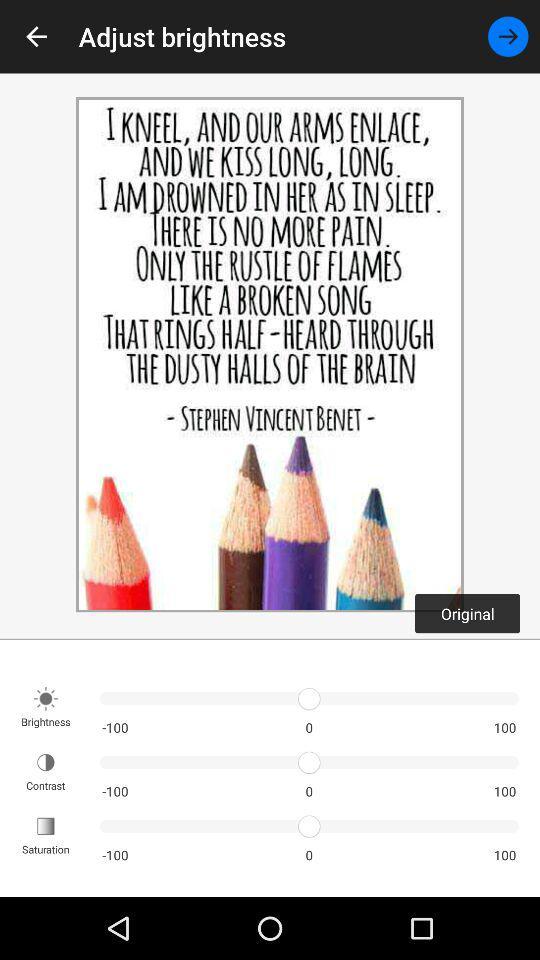 This screenshot has width=540, height=960. Describe the element at coordinates (508, 35) in the screenshot. I see `the item next to the adjust brightness icon` at that location.